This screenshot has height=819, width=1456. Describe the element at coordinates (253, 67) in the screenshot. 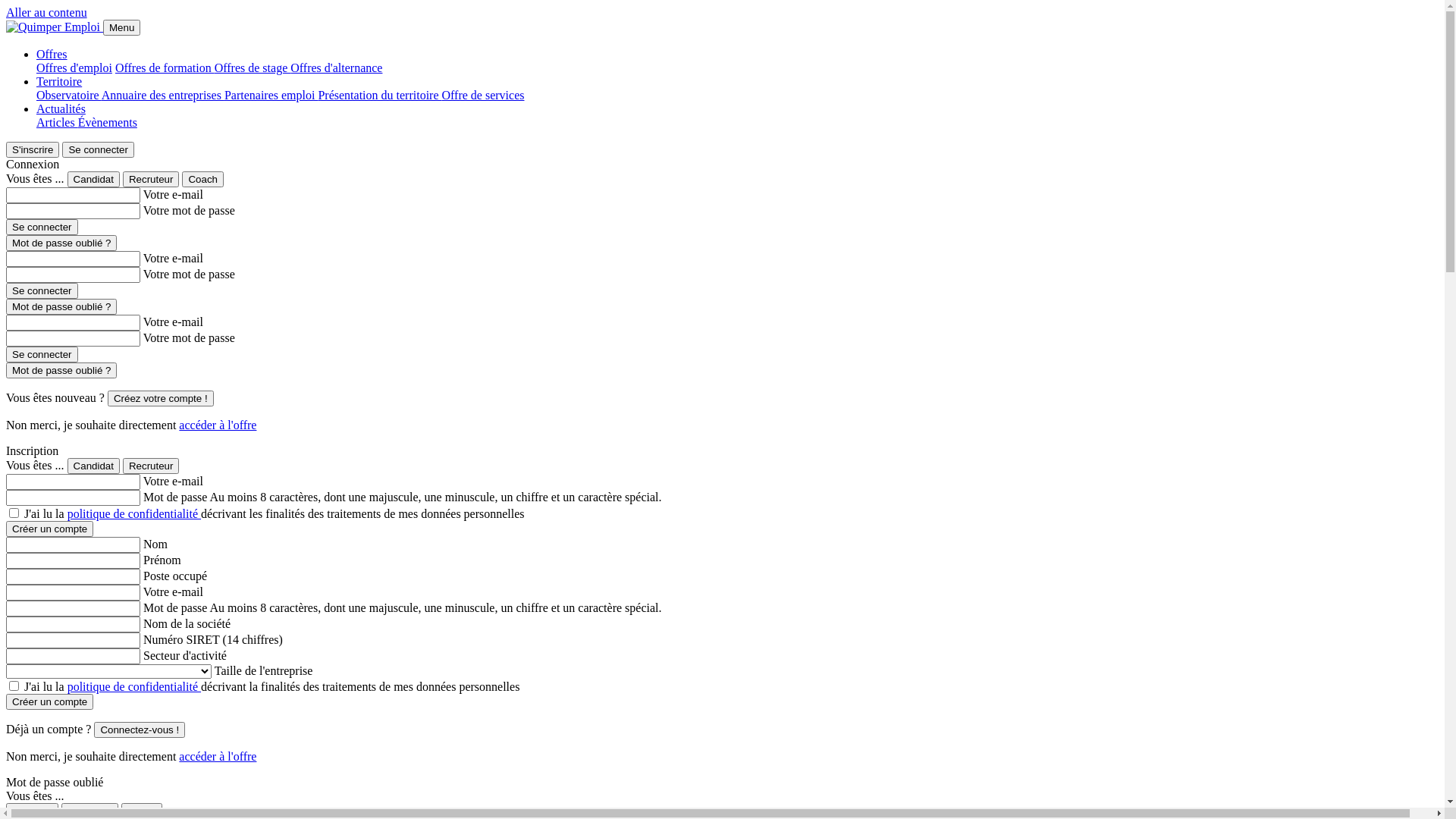

I see `'Offres de stage'` at that location.